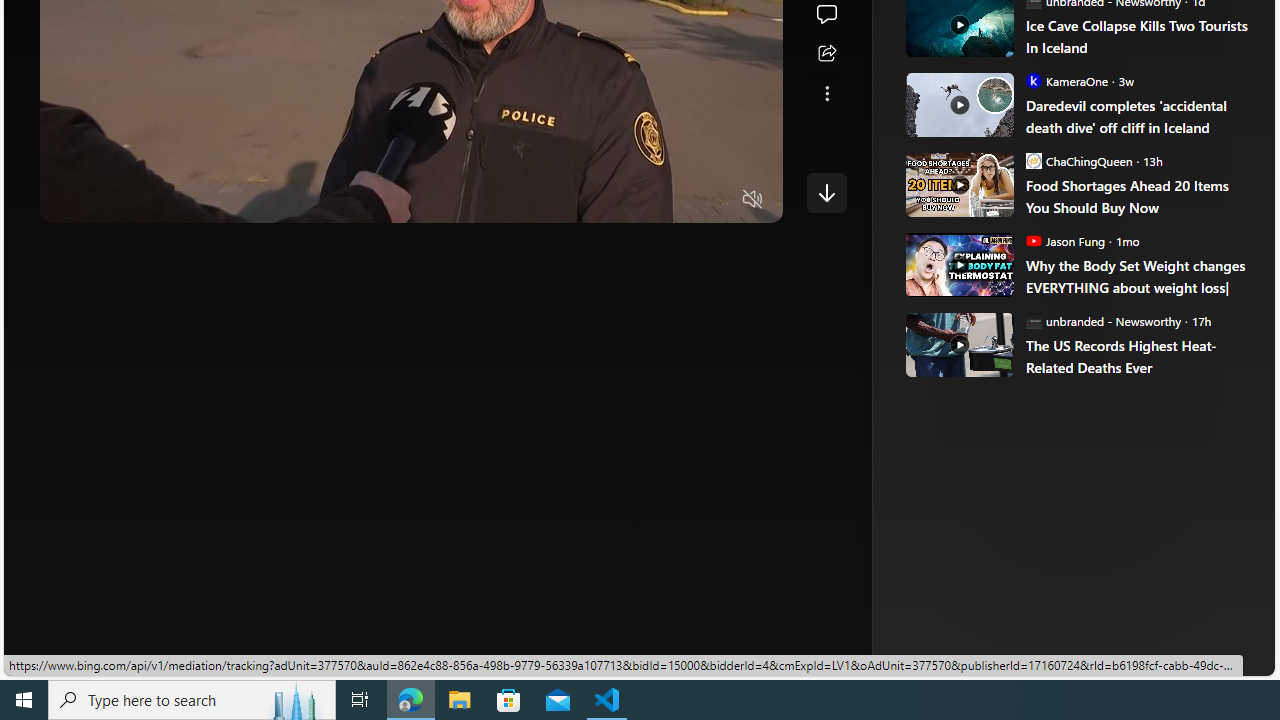 The height and width of the screenshot is (720, 1280). What do you see at coordinates (1136, 355) in the screenshot?
I see `'The US Records Highest Heat-Related Deaths Ever'` at bounding box center [1136, 355].